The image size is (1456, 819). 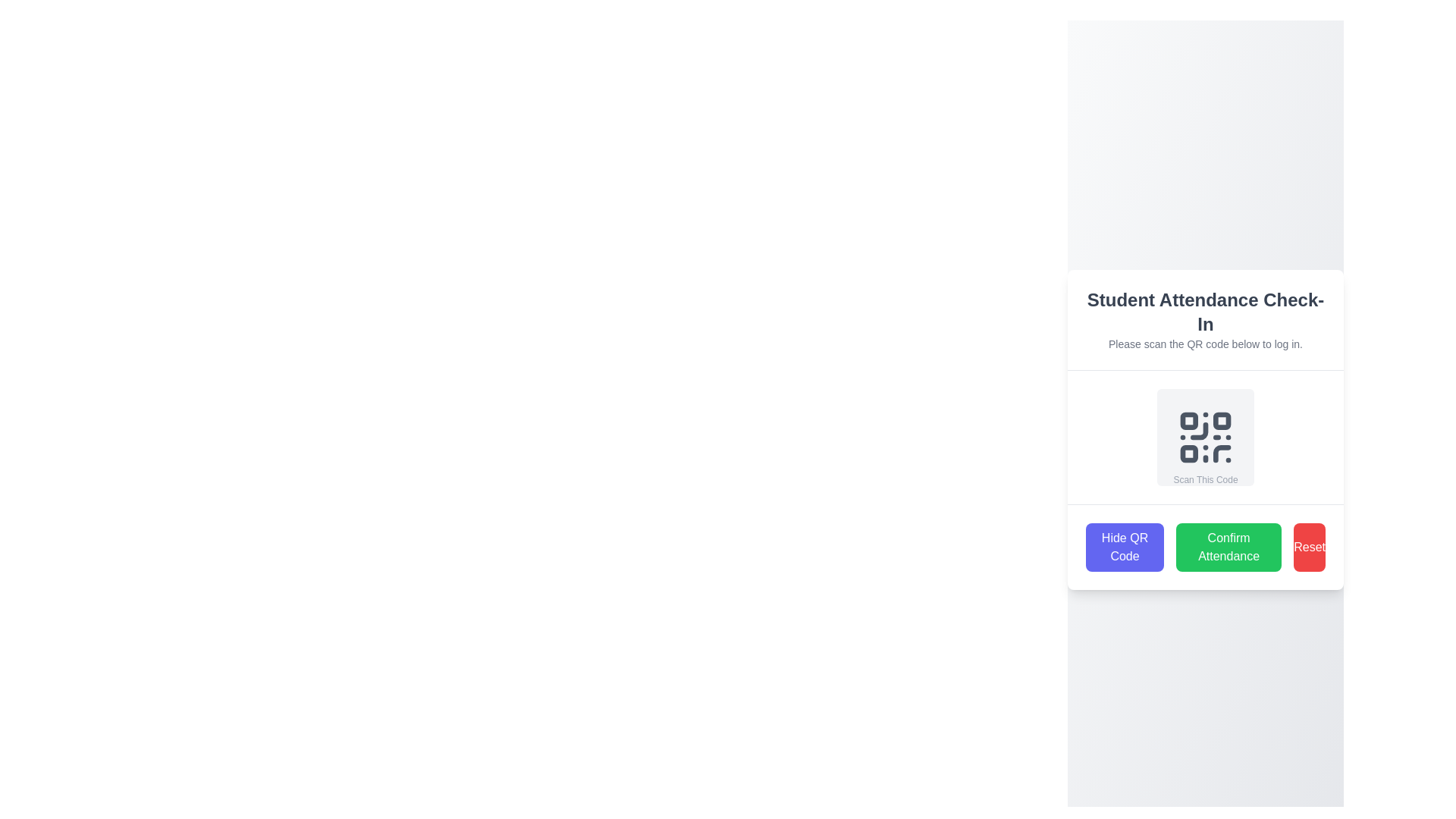 What do you see at coordinates (1204, 318) in the screenshot?
I see `the informational text block that conveys information about the student attendance check-in feature` at bounding box center [1204, 318].